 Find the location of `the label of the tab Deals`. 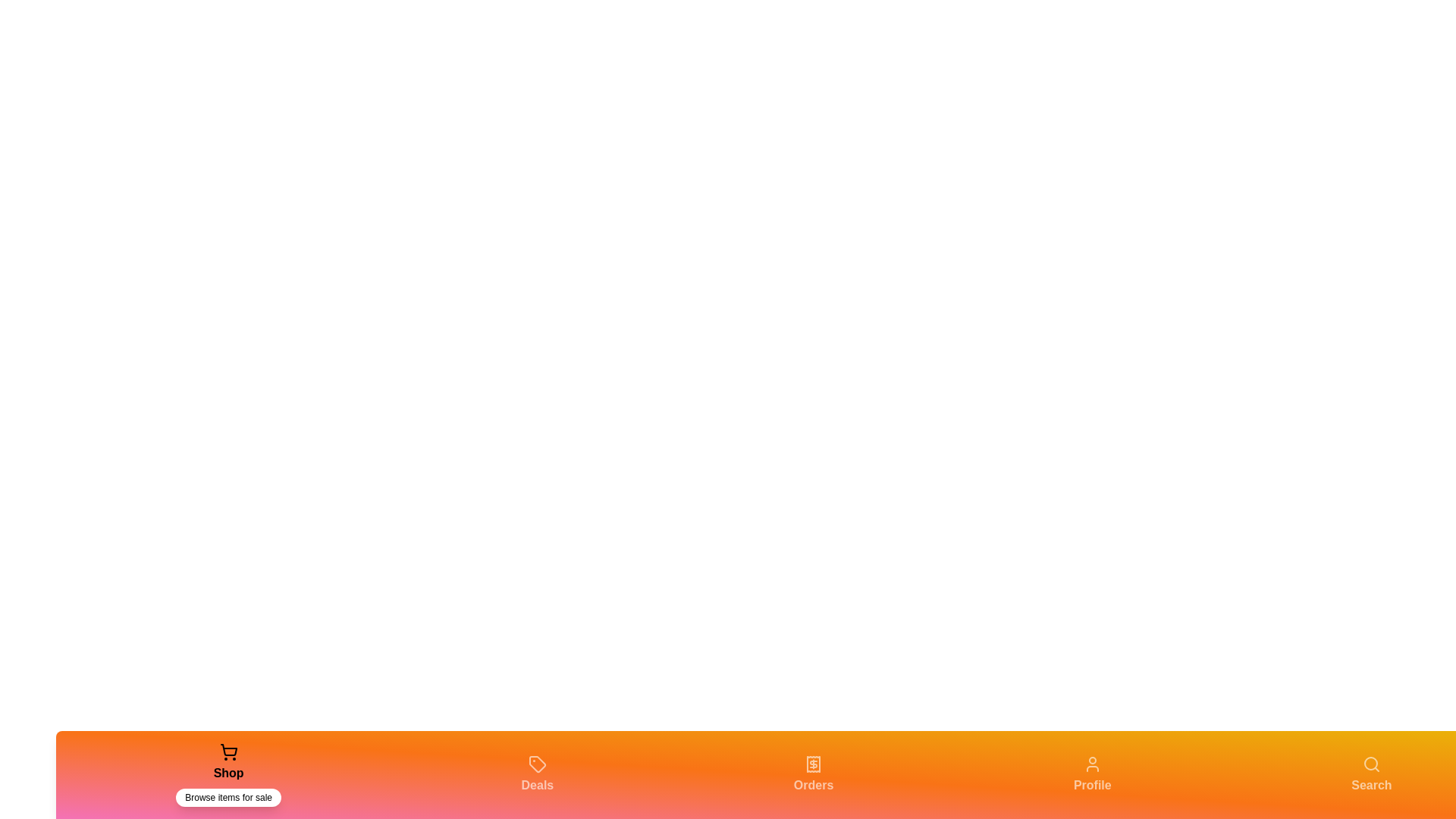

the label of the tab Deals is located at coordinates (537, 785).